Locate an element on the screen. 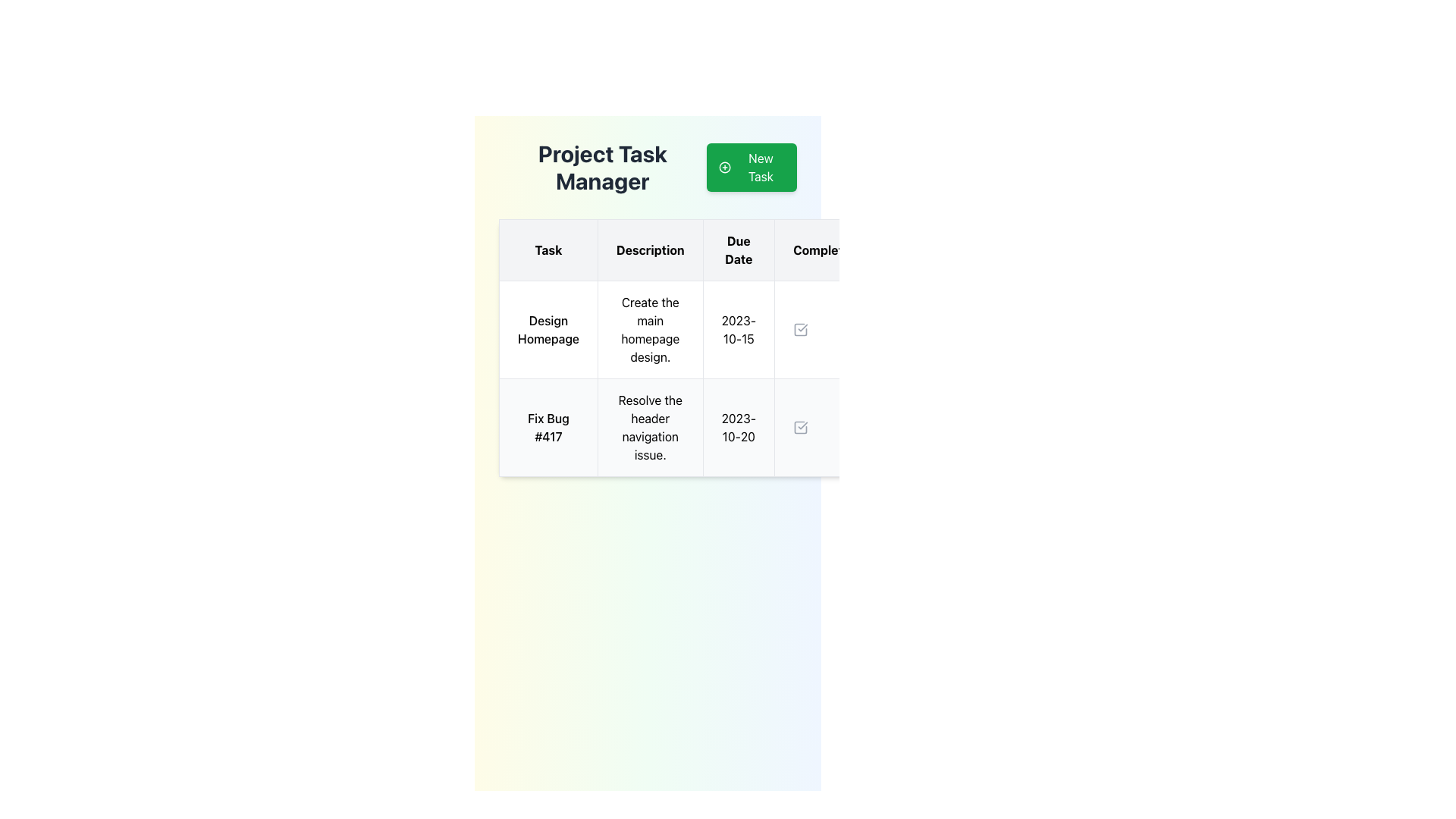  the empty TableCell located in the last column of the first row, which is directly to the right of the 'Due Date' column is located at coordinates (909, 329).